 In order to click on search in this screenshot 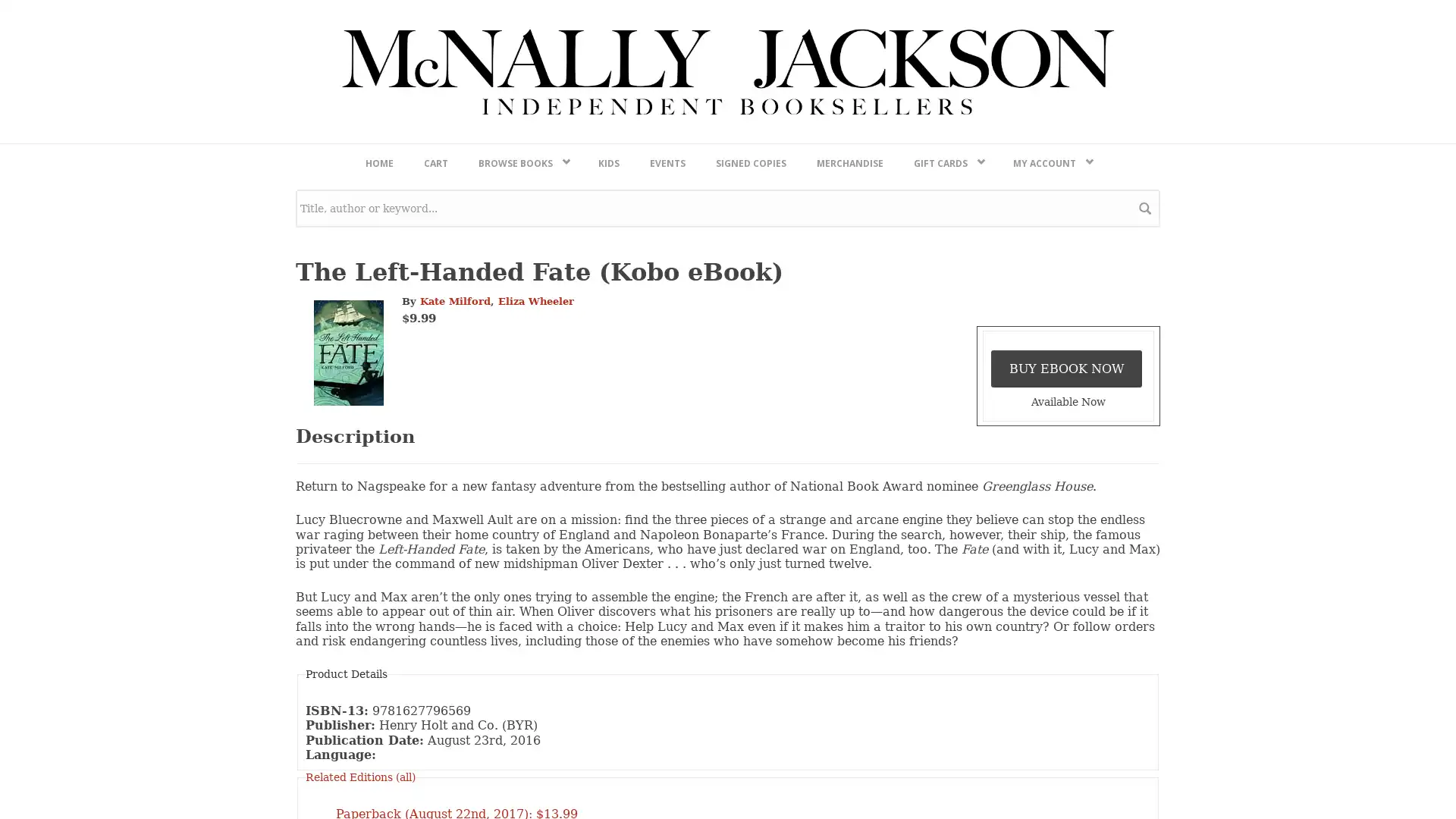, I will do `click(1145, 607)`.